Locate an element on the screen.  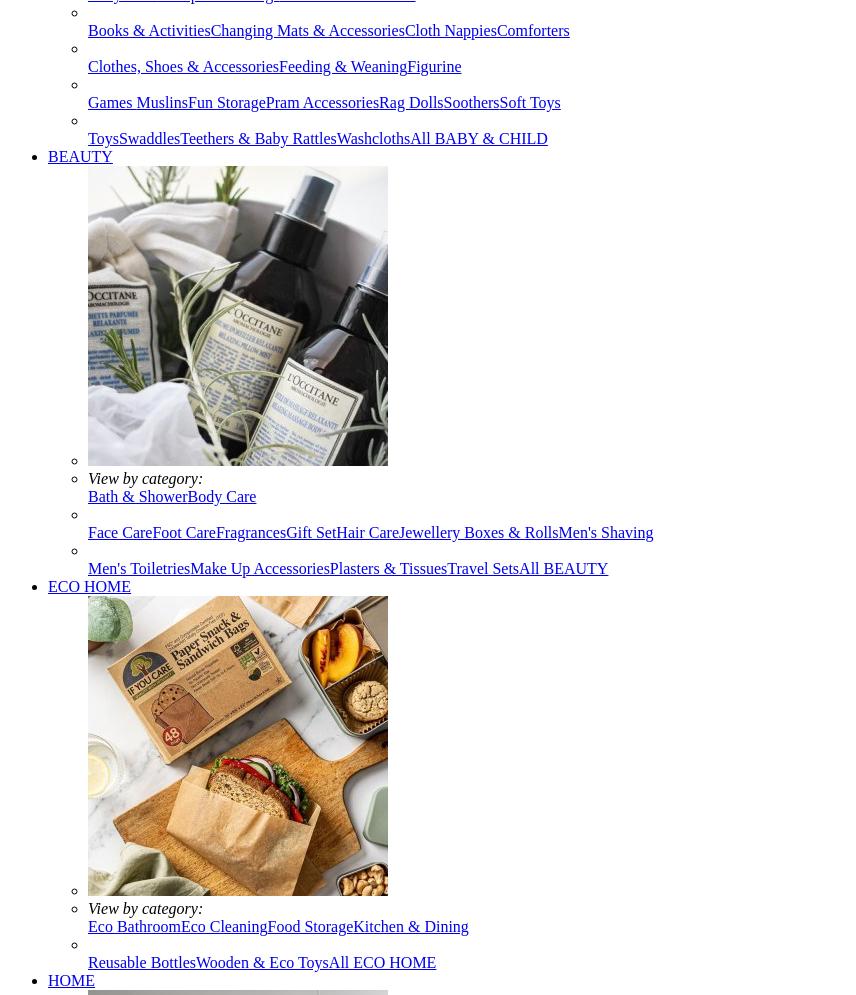
'Cloth Nappies' is located at coordinates (449, 30).